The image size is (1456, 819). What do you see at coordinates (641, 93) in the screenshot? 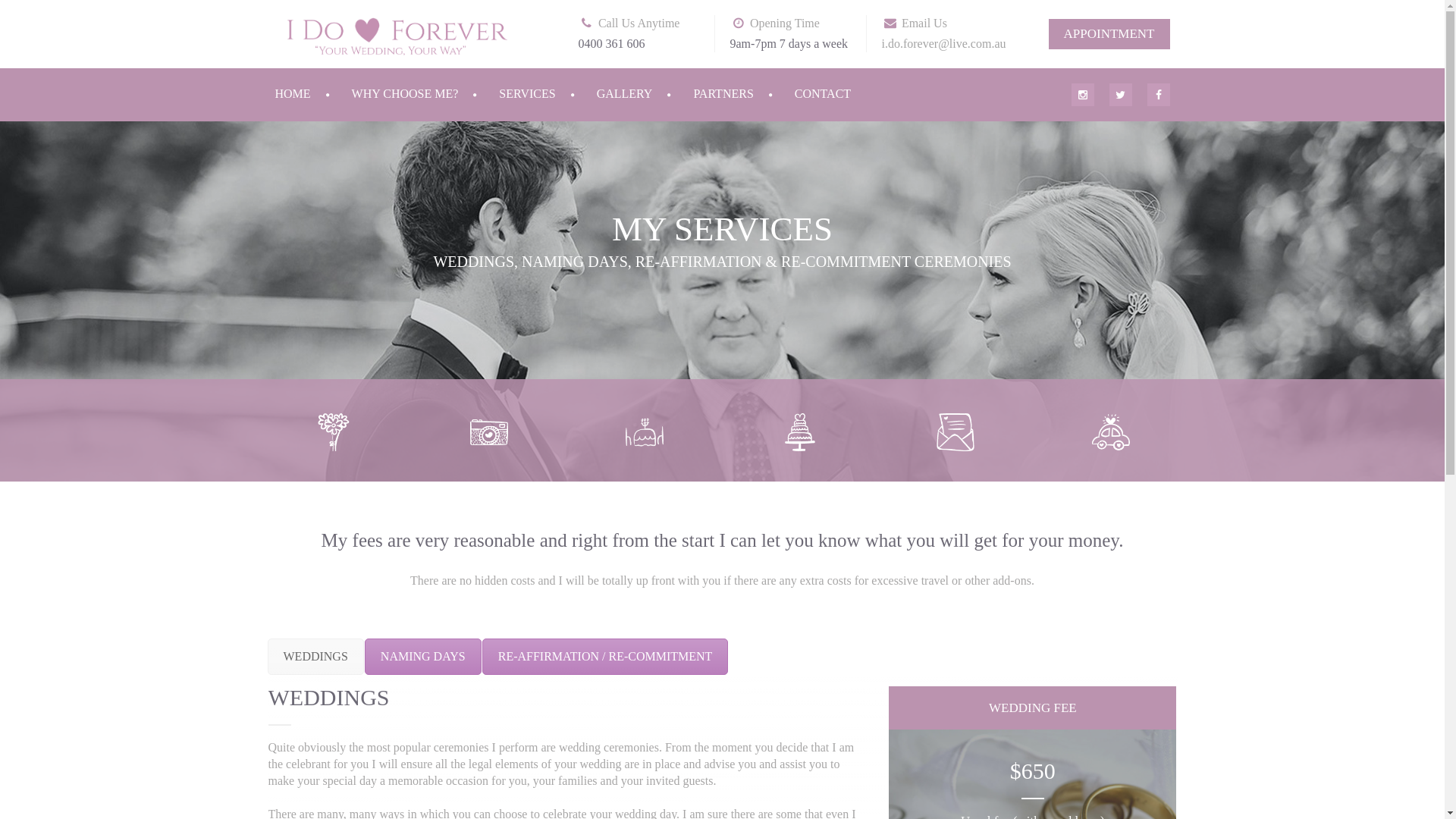
I see `'GALLERY'` at bounding box center [641, 93].